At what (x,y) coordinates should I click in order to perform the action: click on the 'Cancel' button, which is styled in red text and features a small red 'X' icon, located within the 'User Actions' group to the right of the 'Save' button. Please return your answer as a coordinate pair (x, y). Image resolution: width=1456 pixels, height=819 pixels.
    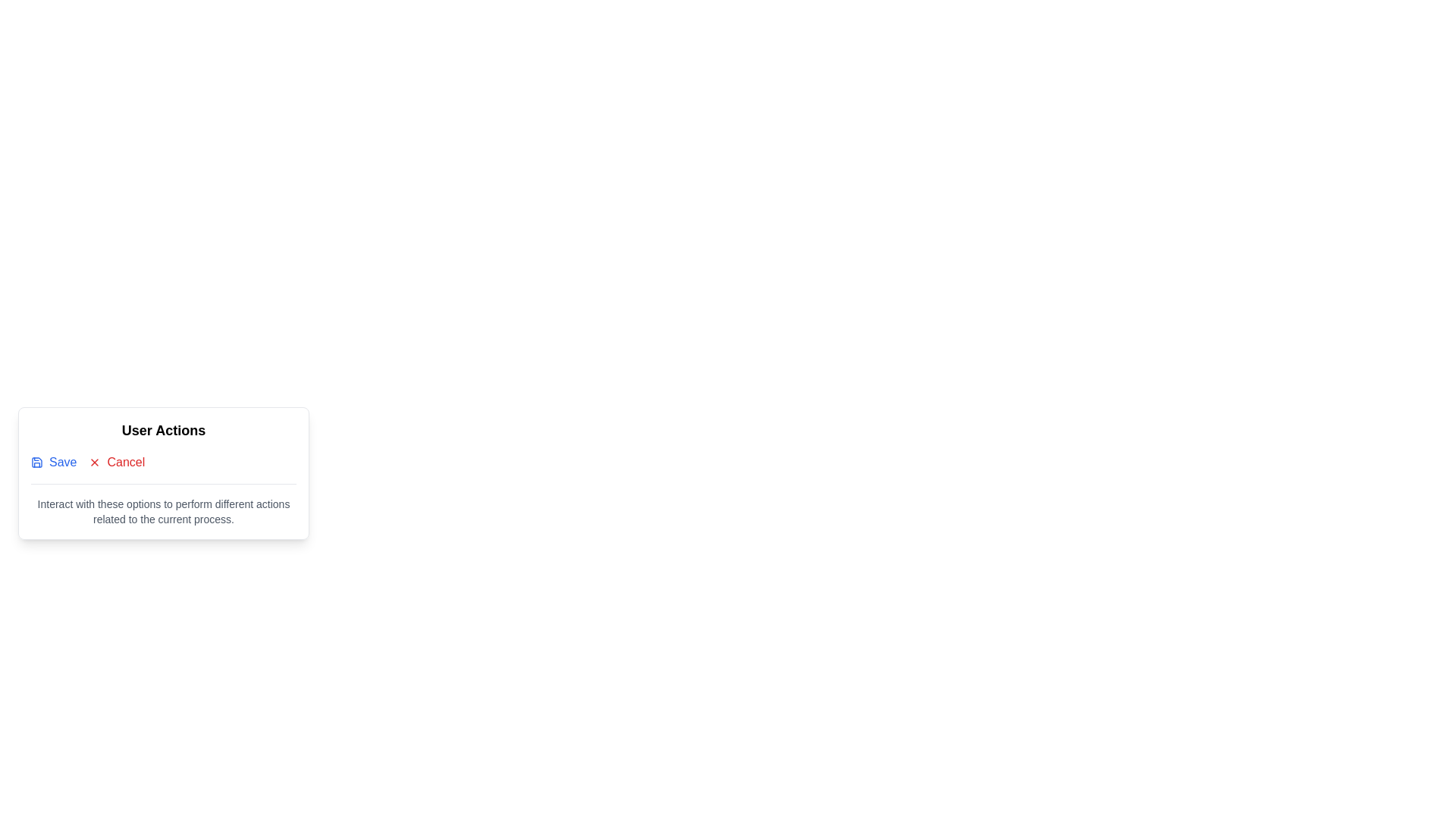
    Looking at the image, I should click on (116, 461).